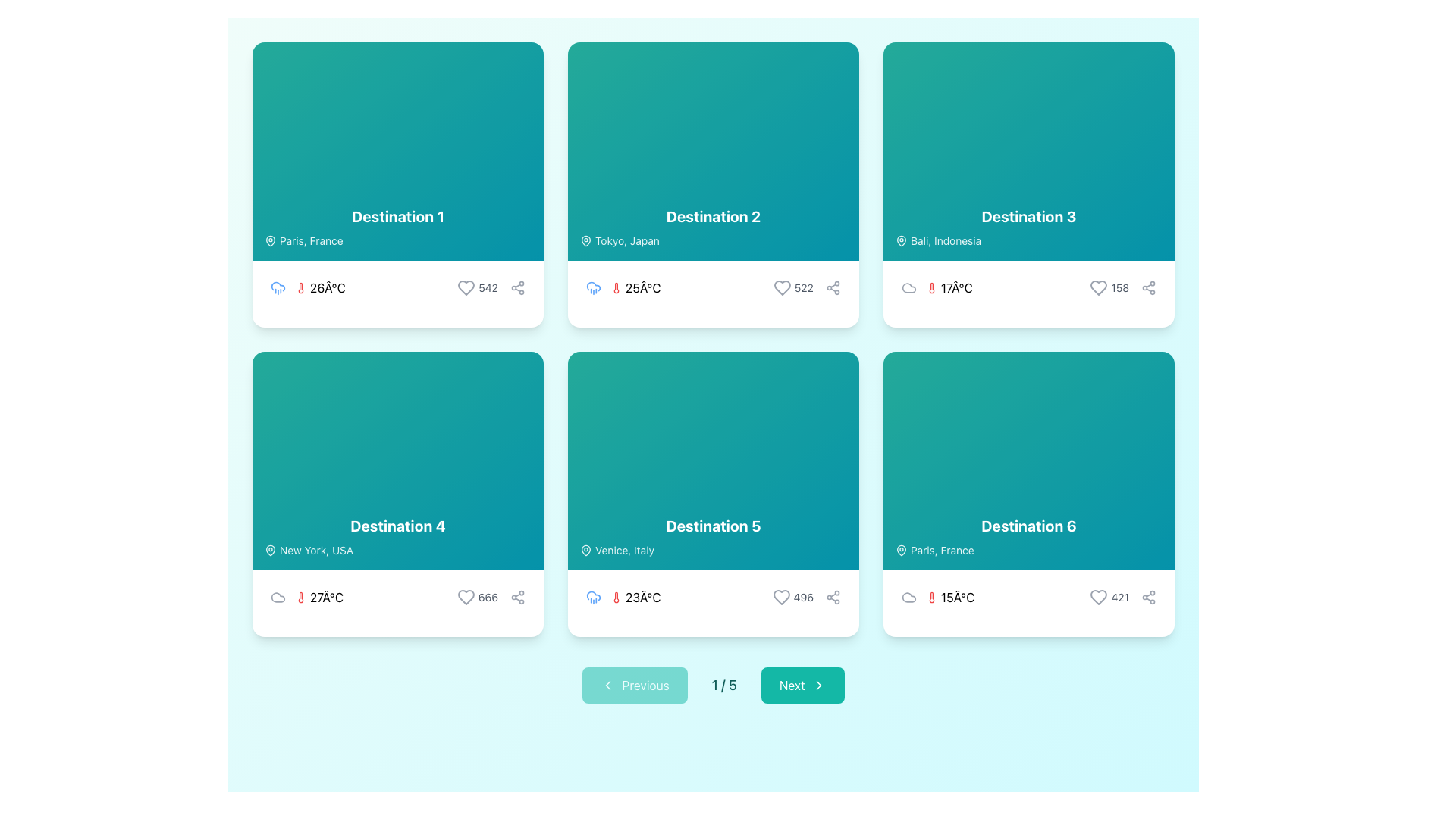  What do you see at coordinates (270, 550) in the screenshot?
I see `the pin icon located in the fourth card of the second row, which is styled in a minimalistic design and positioned to the left of the text 'New York, USA'` at bounding box center [270, 550].